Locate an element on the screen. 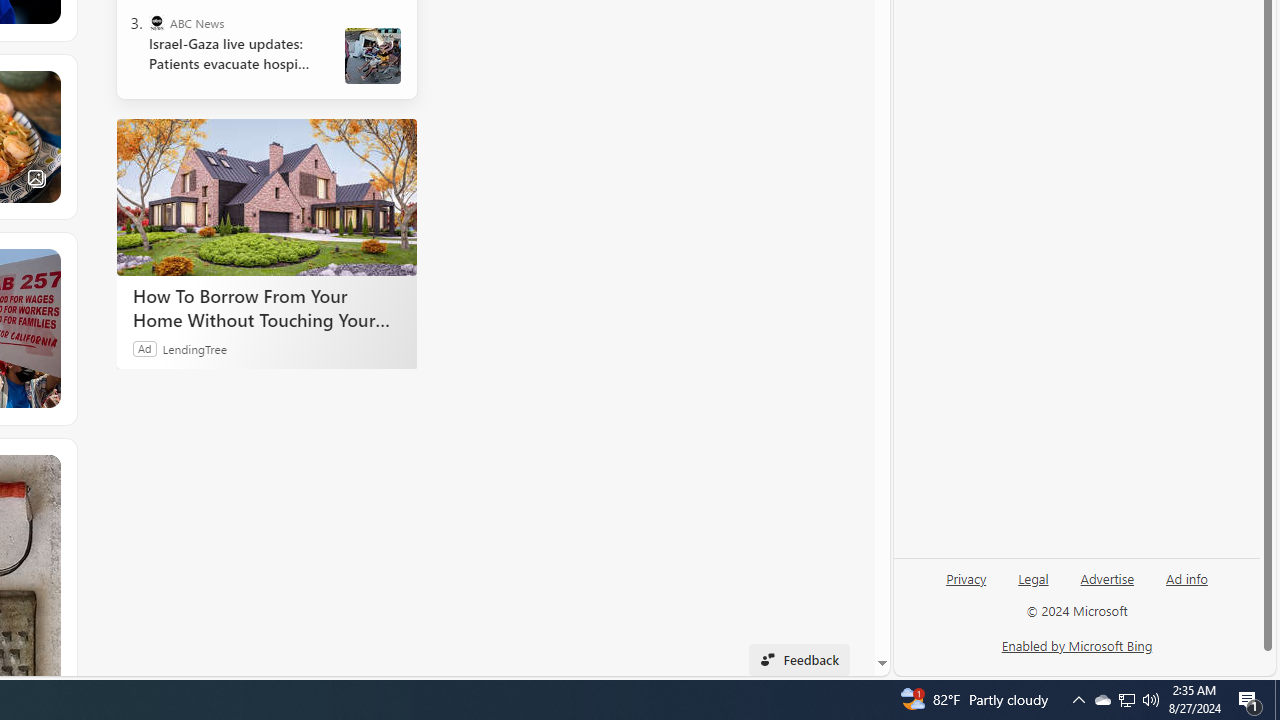 The image size is (1280, 720). 'ABC News' is located at coordinates (155, 23).